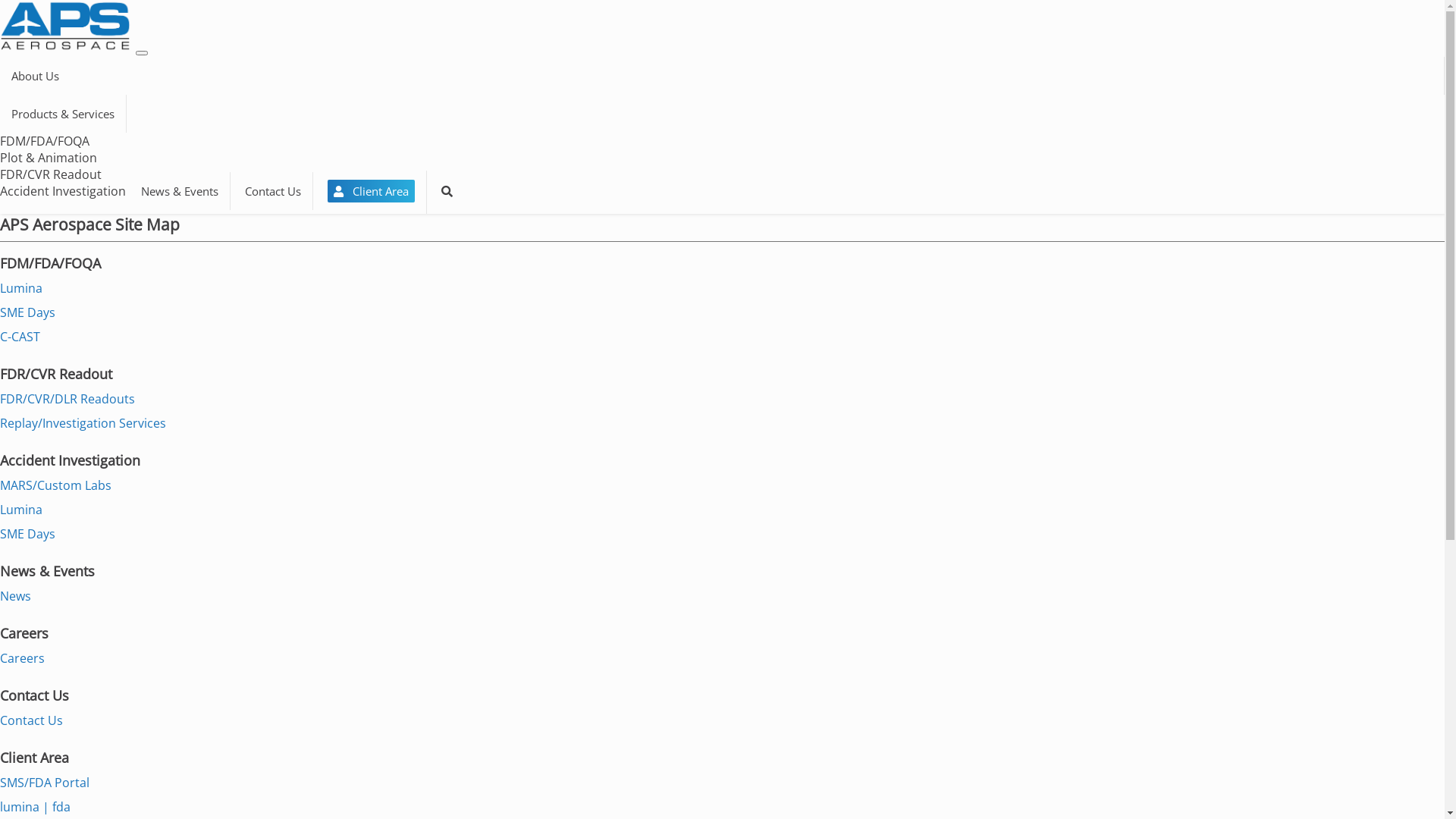 This screenshot has width=1456, height=819. What do you see at coordinates (0, 719) in the screenshot?
I see `'Contact Us'` at bounding box center [0, 719].